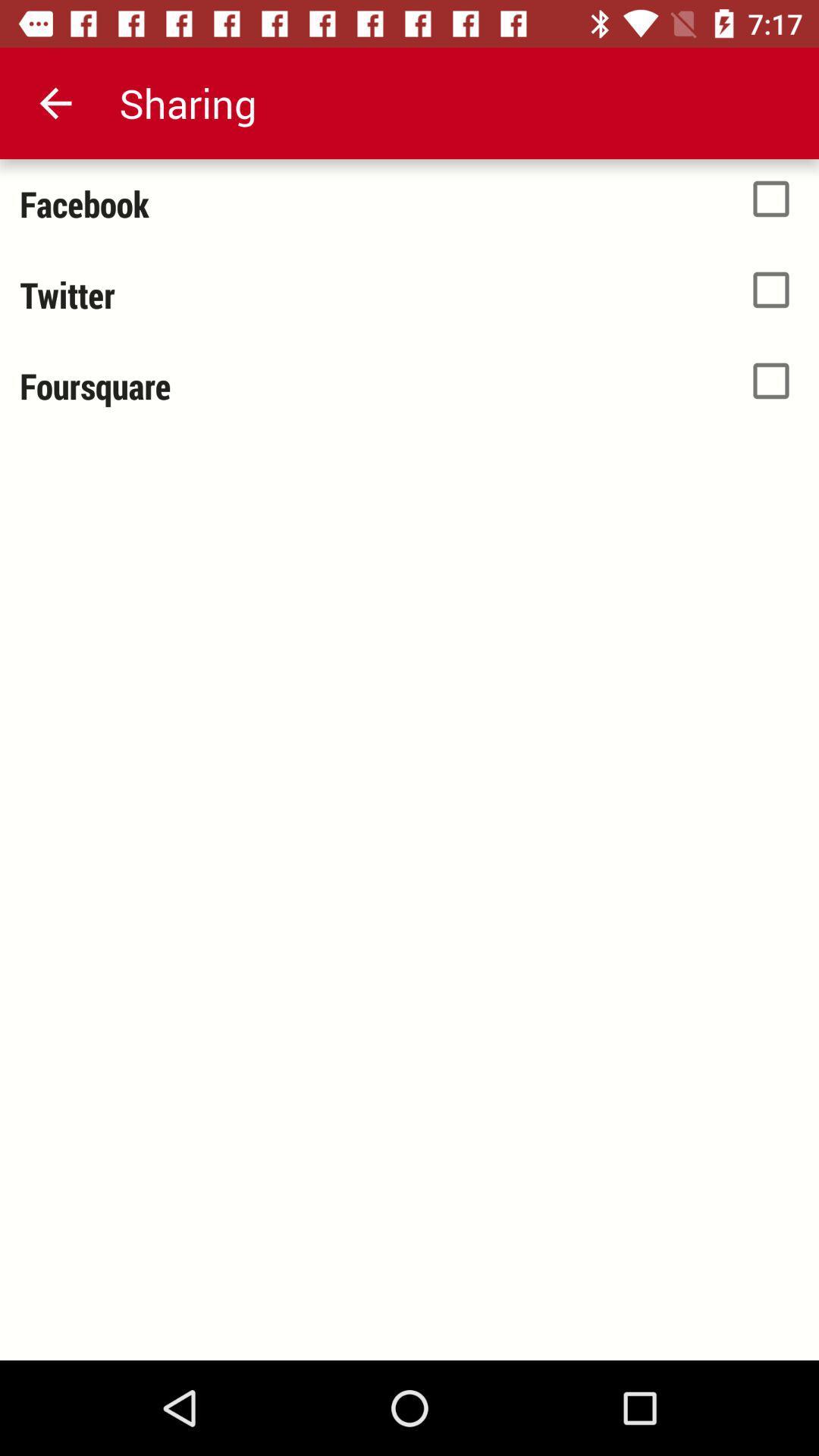 The width and height of the screenshot is (819, 1456). Describe the element at coordinates (55, 102) in the screenshot. I see `the icon above facebook` at that location.